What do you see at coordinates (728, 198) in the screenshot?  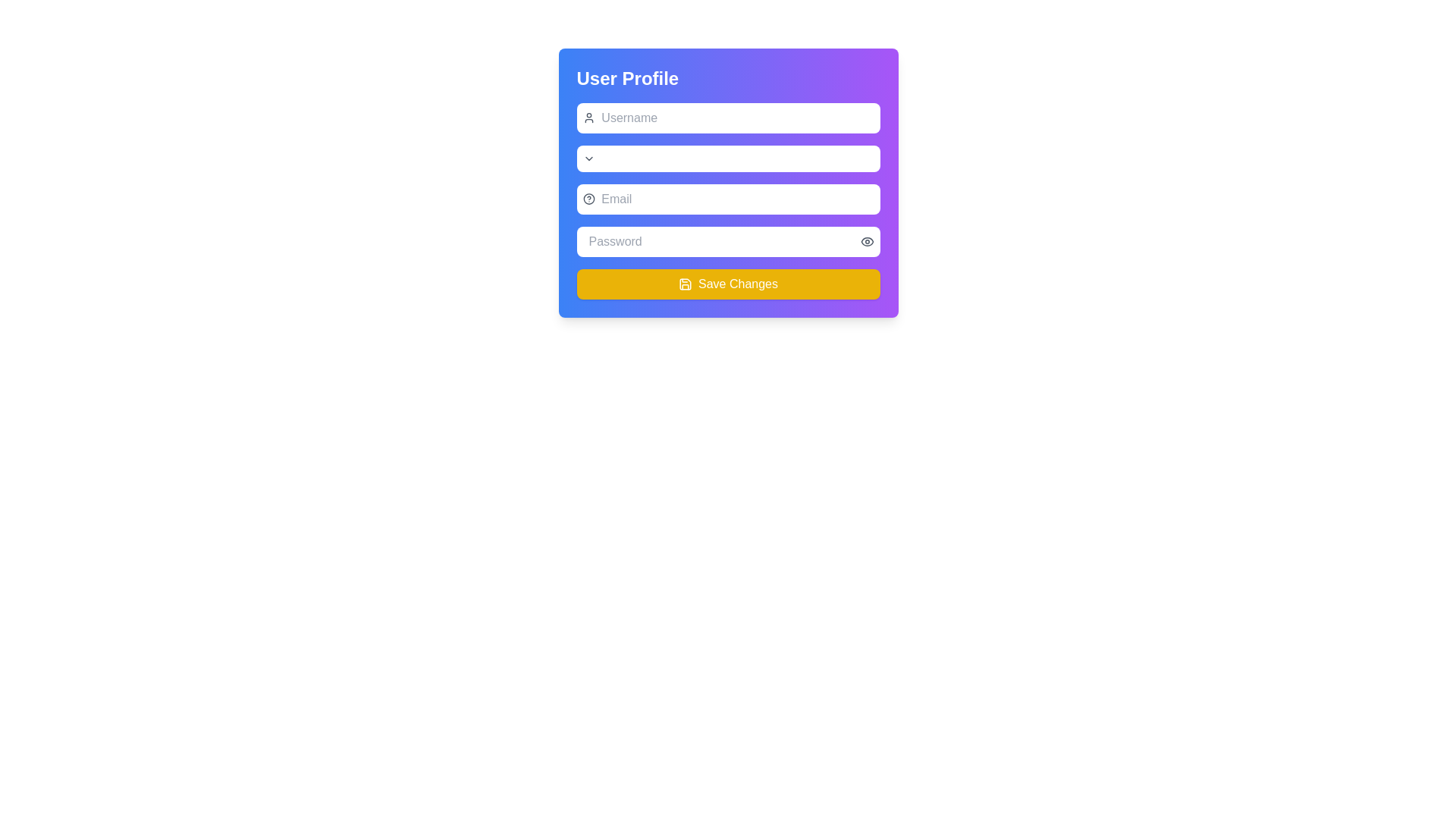 I see `the email input field in the 'User Profile' section` at bounding box center [728, 198].